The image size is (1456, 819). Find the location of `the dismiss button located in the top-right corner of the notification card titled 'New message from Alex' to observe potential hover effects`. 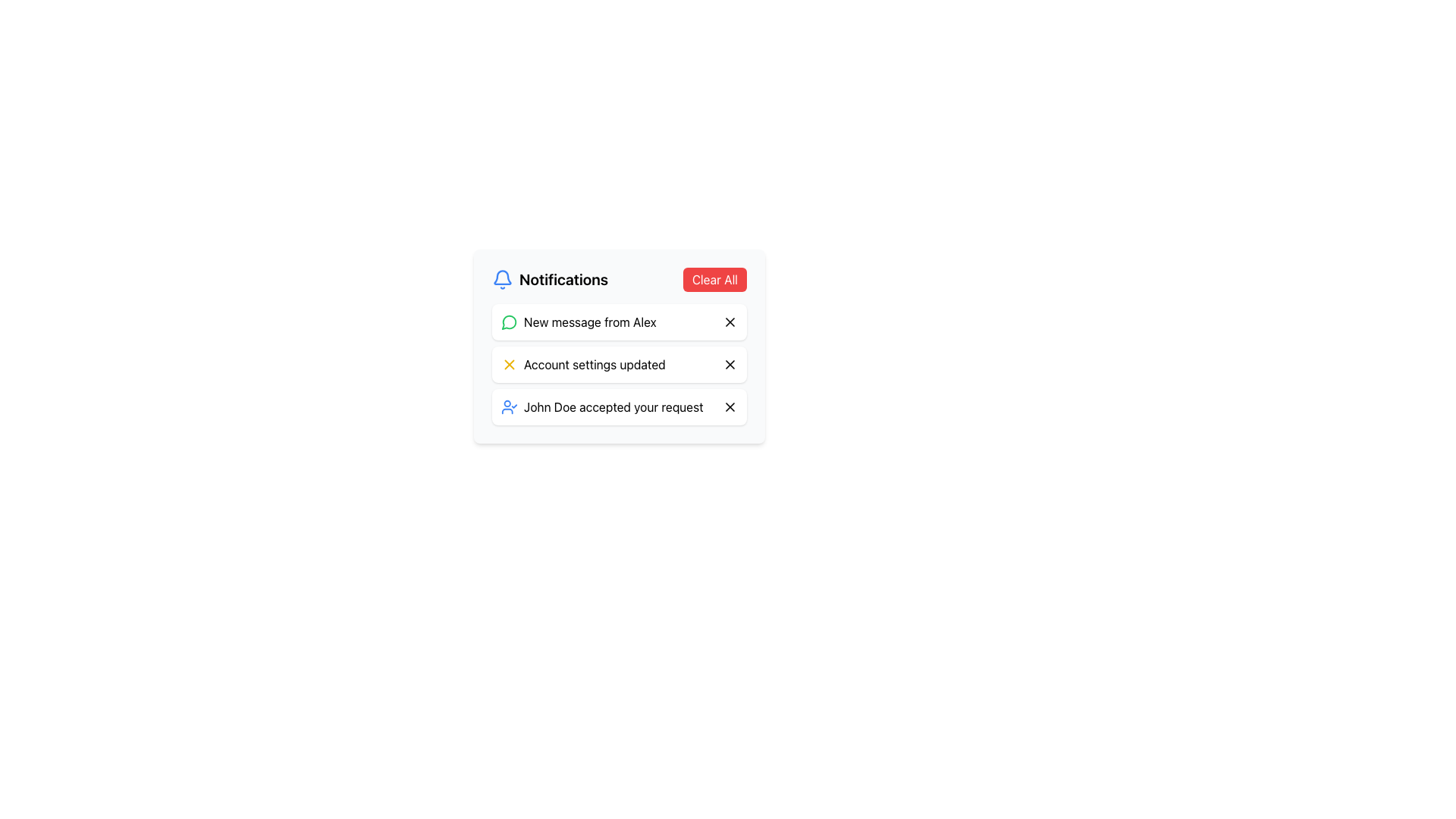

the dismiss button located in the top-right corner of the notification card titled 'New message from Alex' to observe potential hover effects is located at coordinates (730, 321).